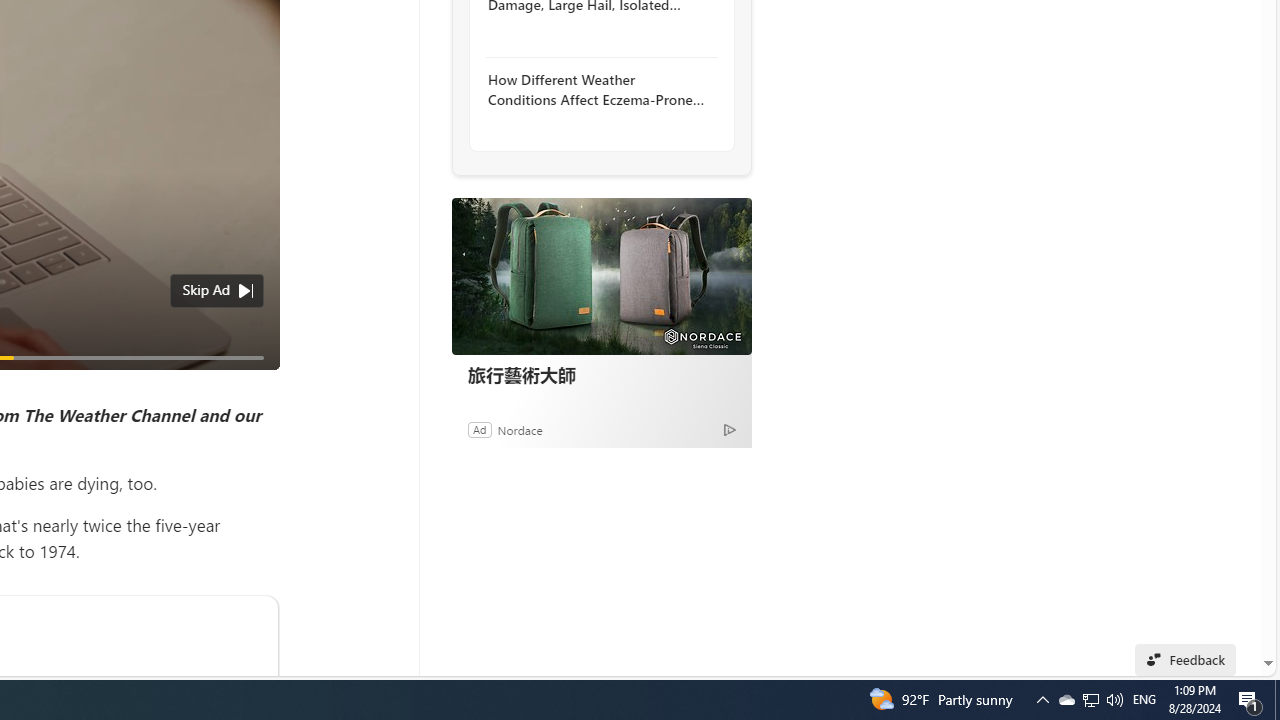  What do you see at coordinates (1185, 659) in the screenshot?
I see `'Feedback'` at bounding box center [1185, 659].